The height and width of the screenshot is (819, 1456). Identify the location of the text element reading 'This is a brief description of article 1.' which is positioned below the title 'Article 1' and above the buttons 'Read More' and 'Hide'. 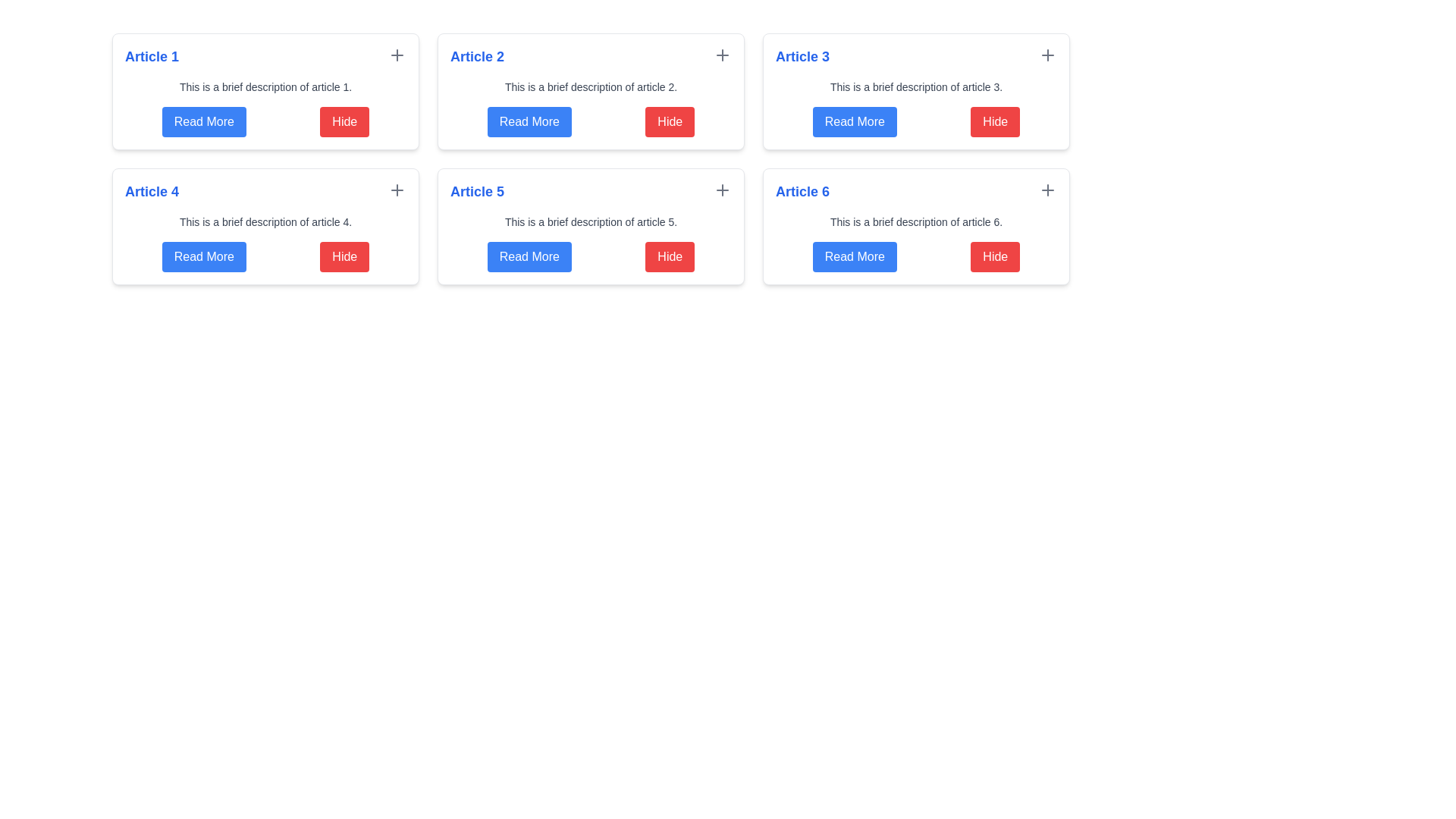
(265, 87).